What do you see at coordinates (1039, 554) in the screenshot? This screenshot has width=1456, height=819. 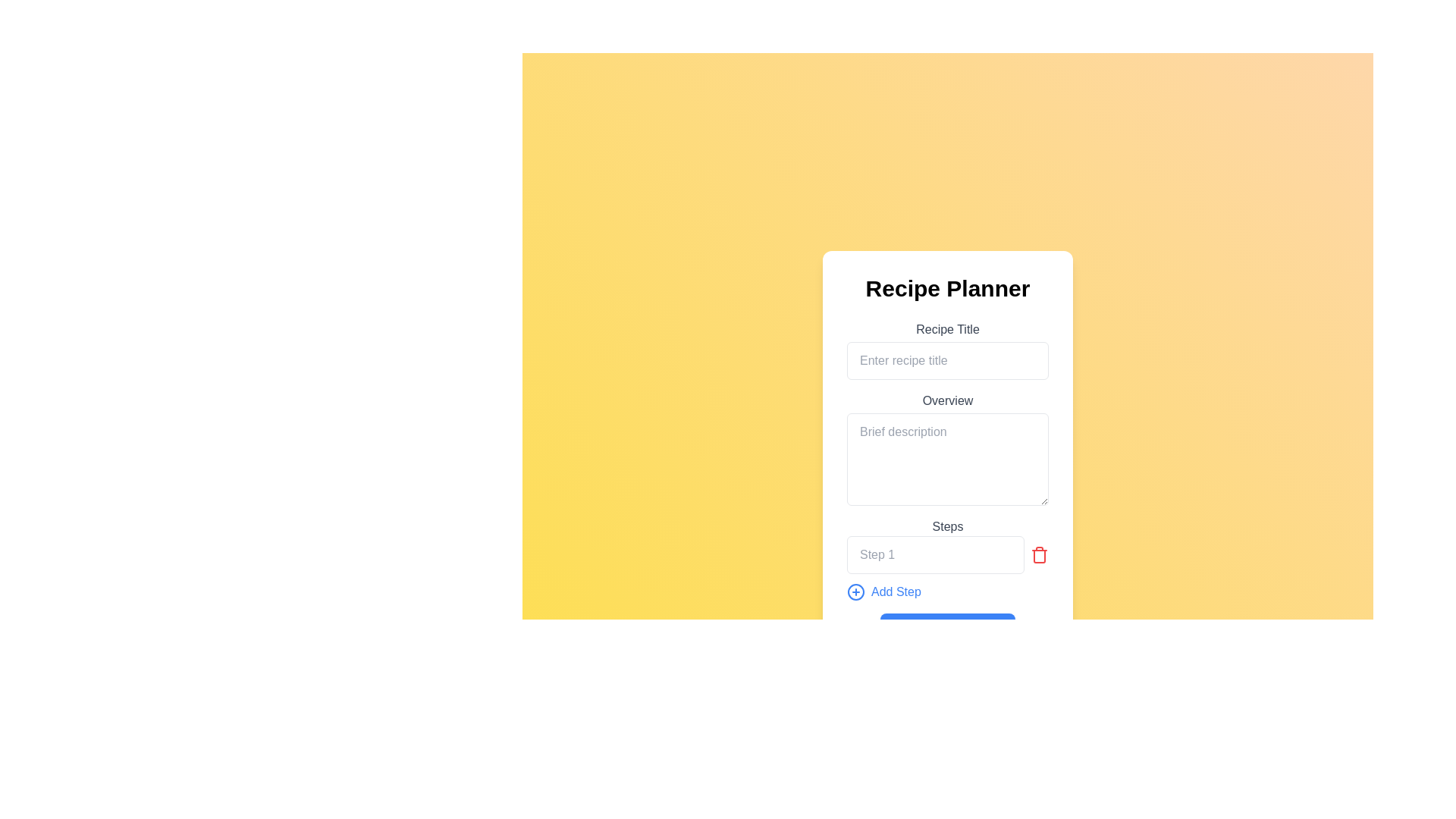 I see `the red trash bin icon button located to the right of the 'Step 1' text input box` at bounding box center [1039, 554].